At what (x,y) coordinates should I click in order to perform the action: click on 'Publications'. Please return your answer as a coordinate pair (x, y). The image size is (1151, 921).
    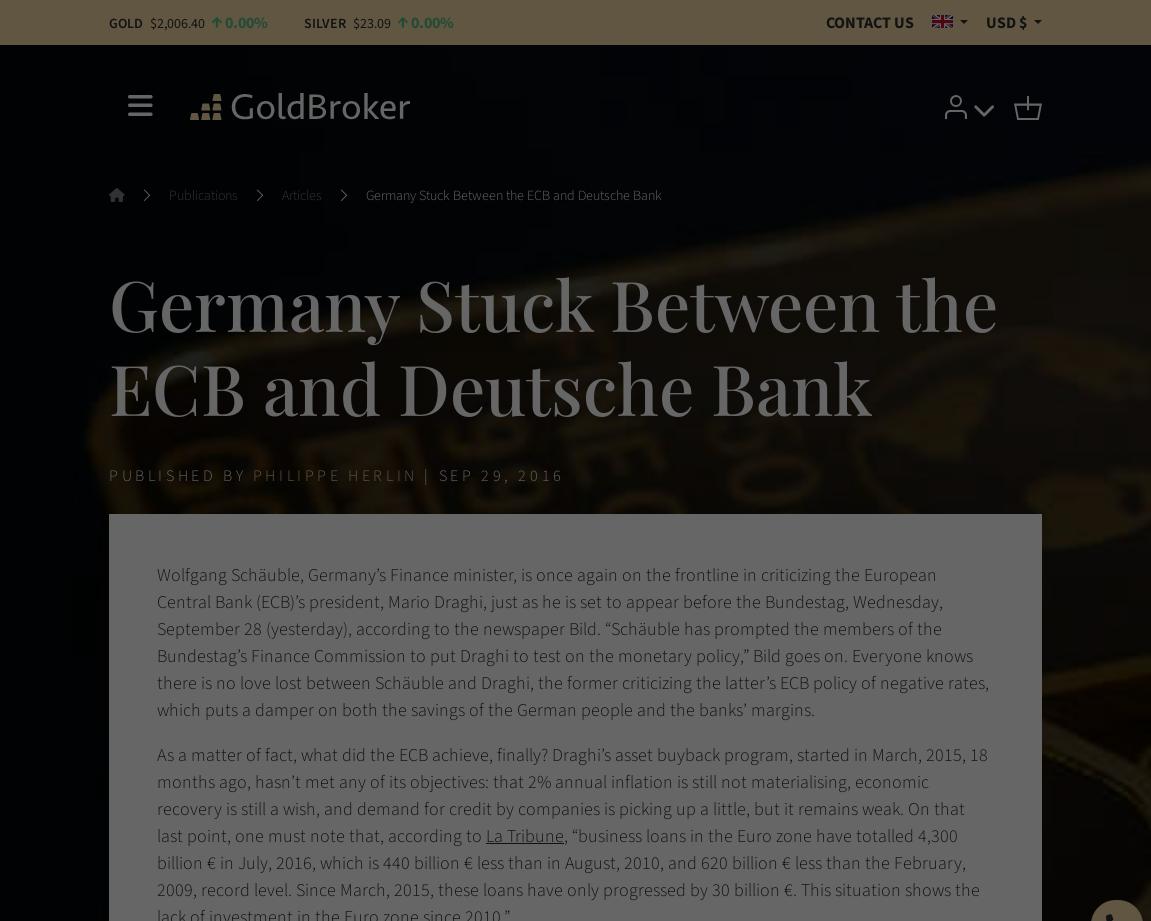
    Looking at the image, I should click on (167, 194).